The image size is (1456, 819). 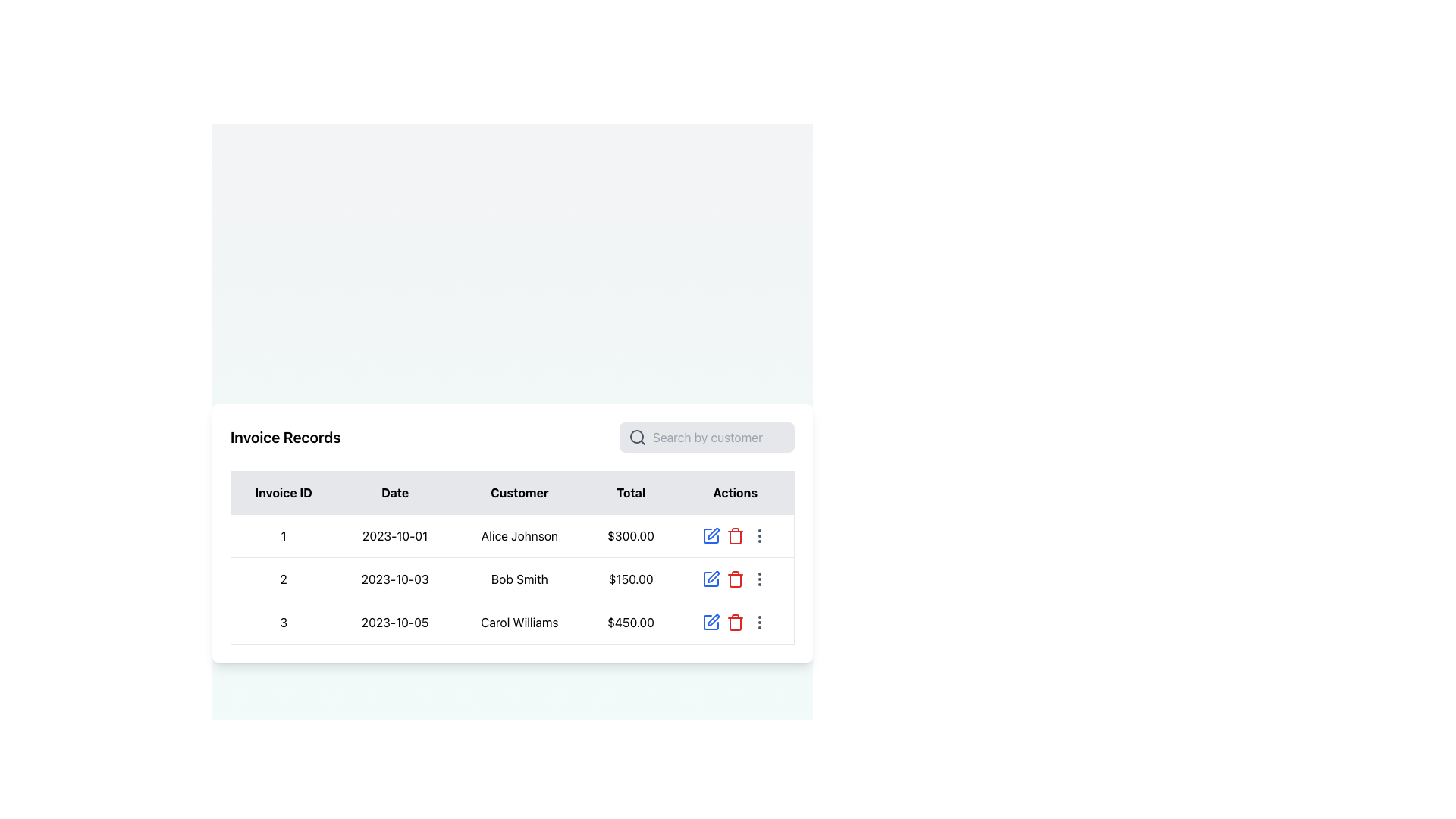 What do you see at coordinates (513, 535) in the screenshot?
I see `data presented in the first row of the 'Invoice Records' table, which displays invoice information including ID, date, customer name, and total amount` at bounding box center [513, 535].